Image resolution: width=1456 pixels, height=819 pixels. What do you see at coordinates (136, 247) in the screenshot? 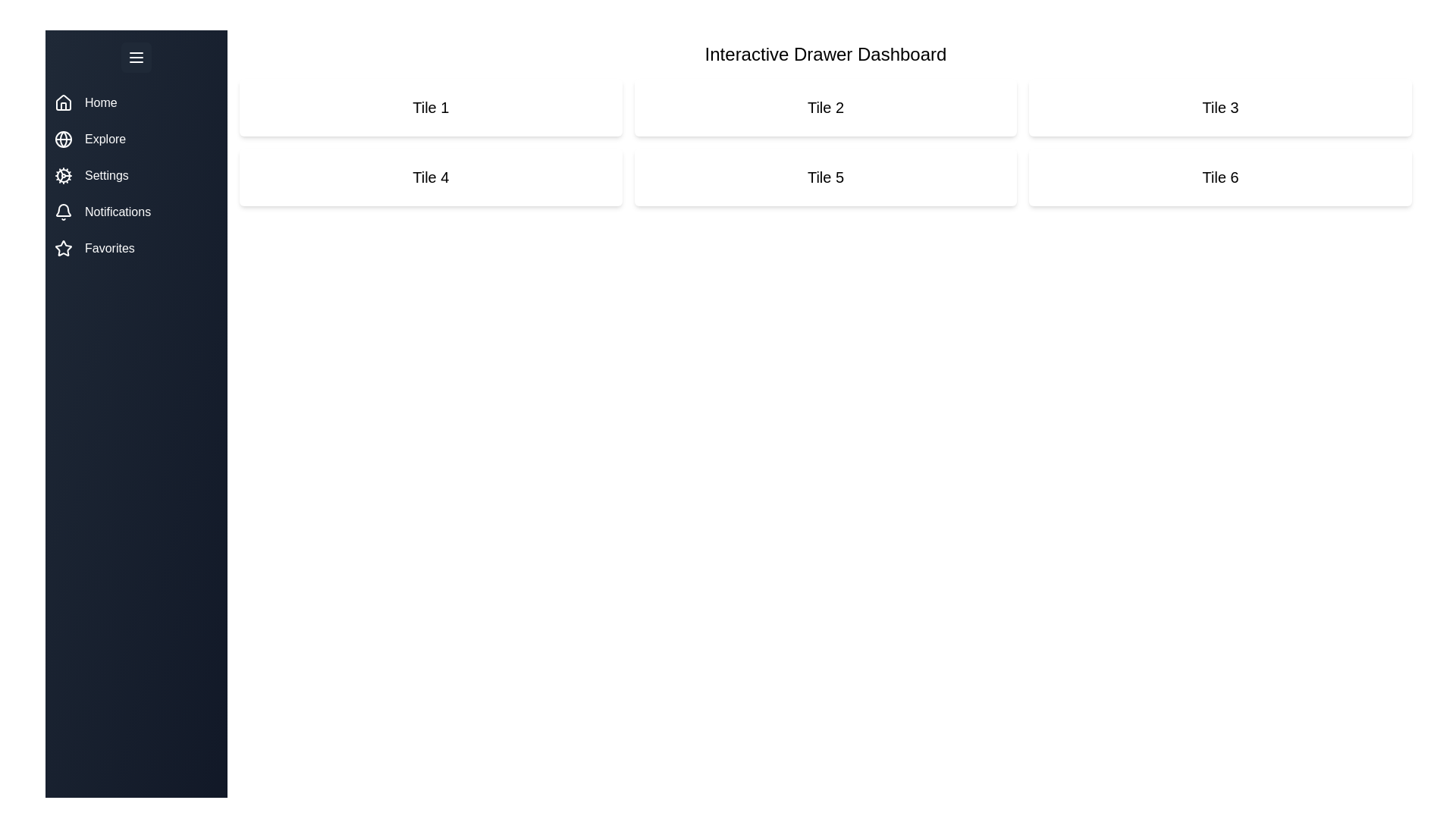
I see `the navigation item Favorites to see its hover effect` at bounding box center [136, 247].